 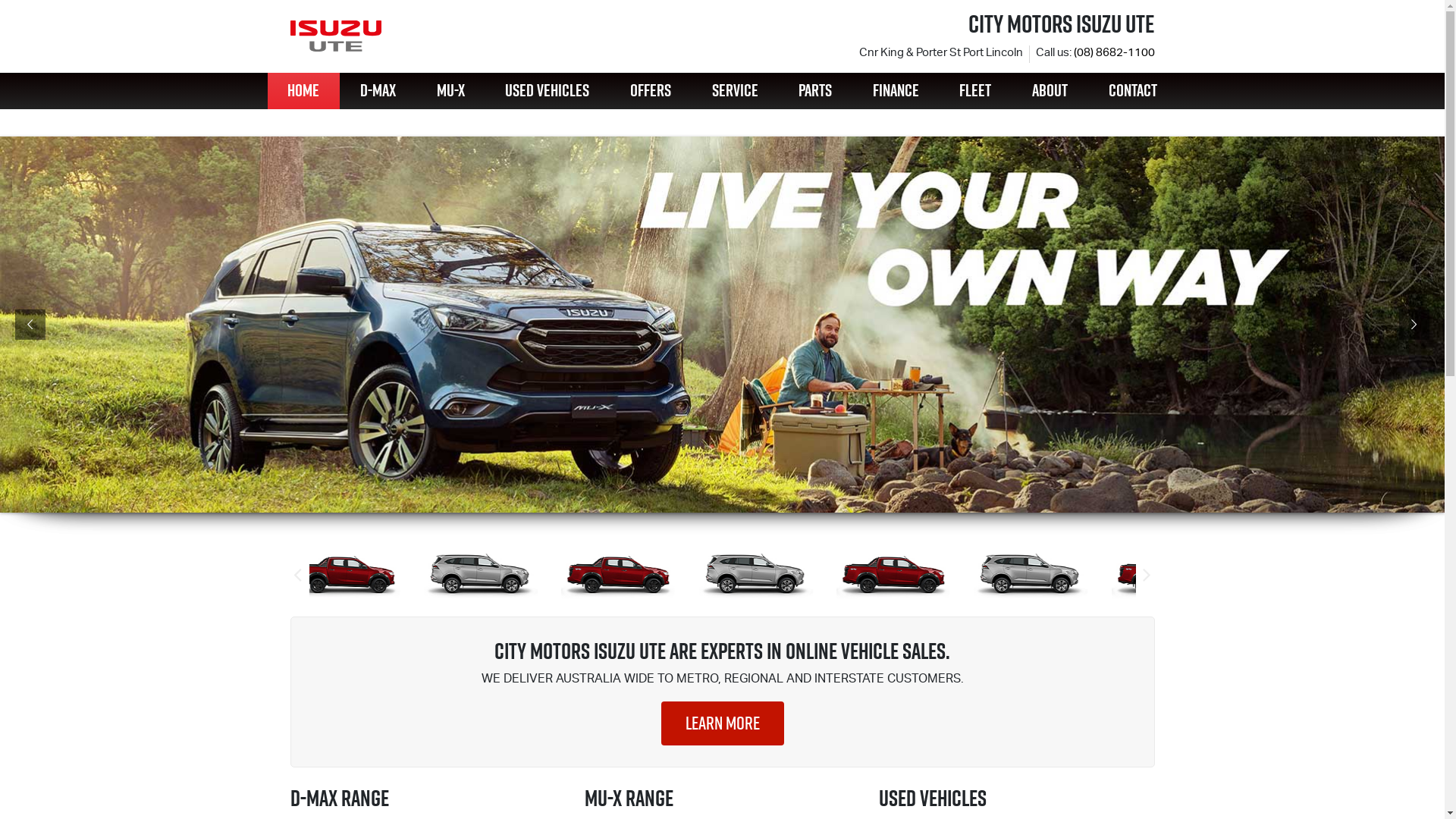 I want to click on 'D-MAX', so click(x=378, y=90).